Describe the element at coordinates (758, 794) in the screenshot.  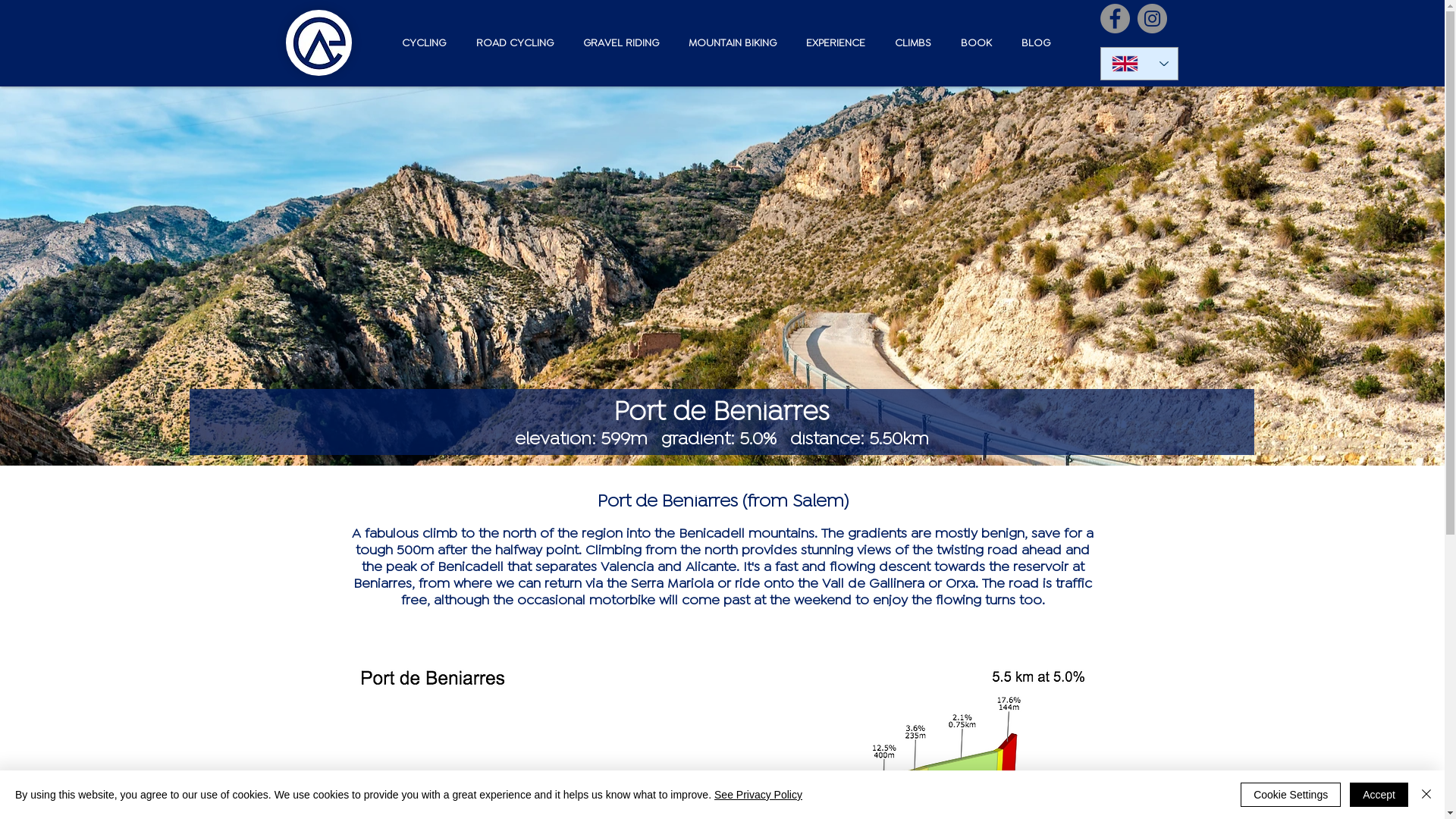
I see `'See Privacy Policy'` at that location.